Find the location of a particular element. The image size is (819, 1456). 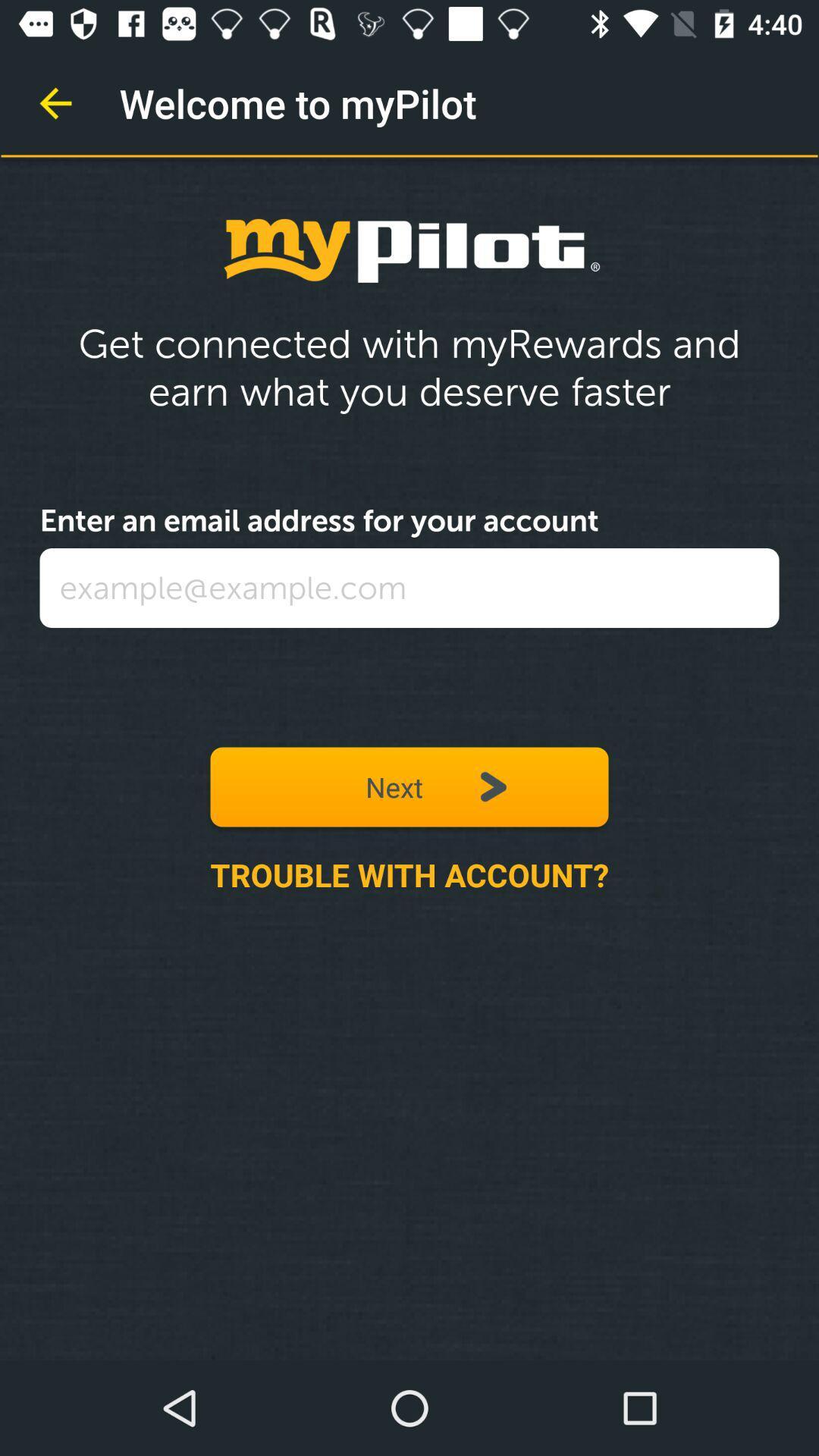

the trouble with account? icon is located at coordinates (409, 874).